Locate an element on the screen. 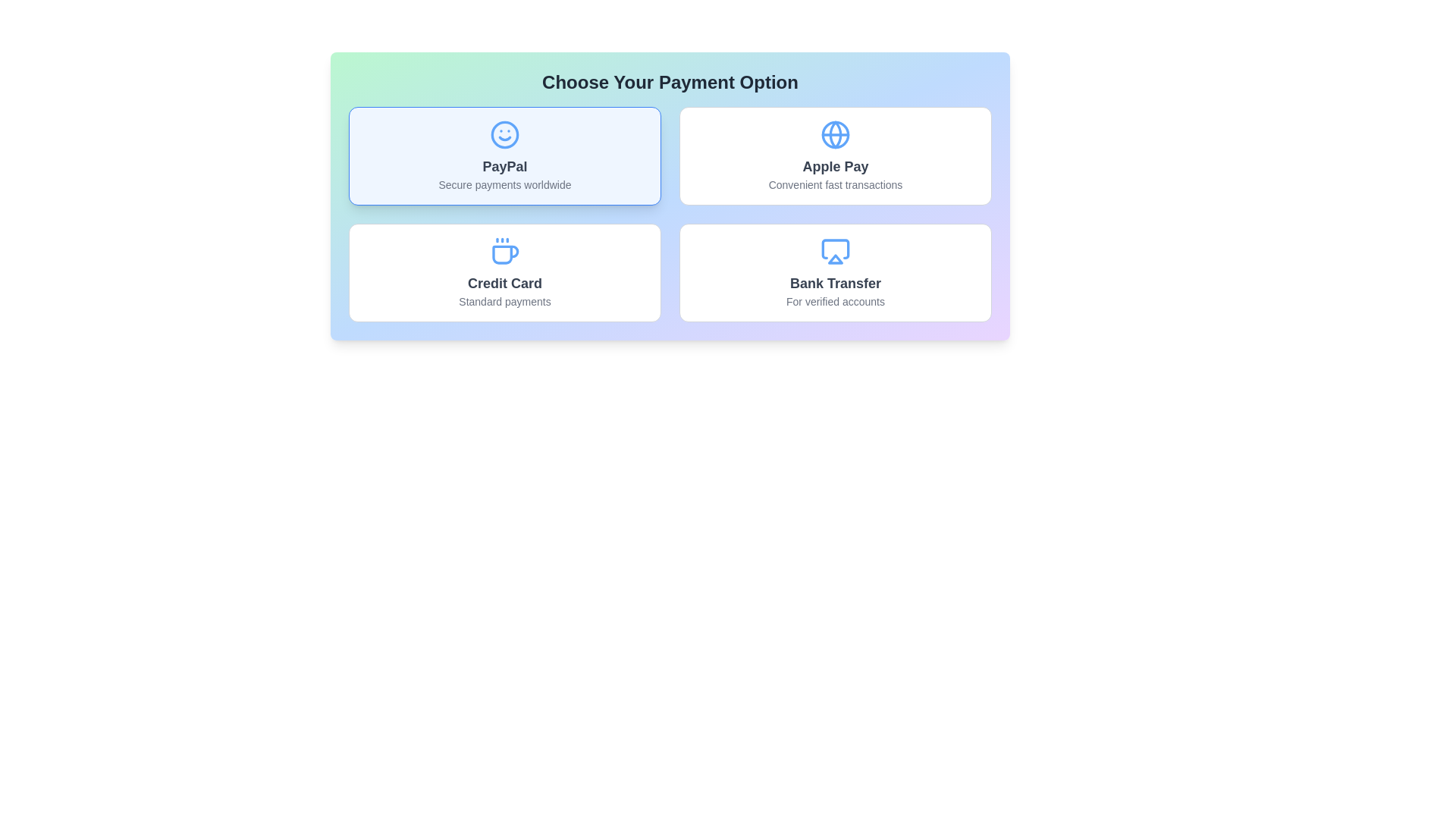  the text label indicating the payment option 'Apple Pay', which is positioned in the second card from the left in the top row of the payment selection UI is located at coordinates (835, 166).